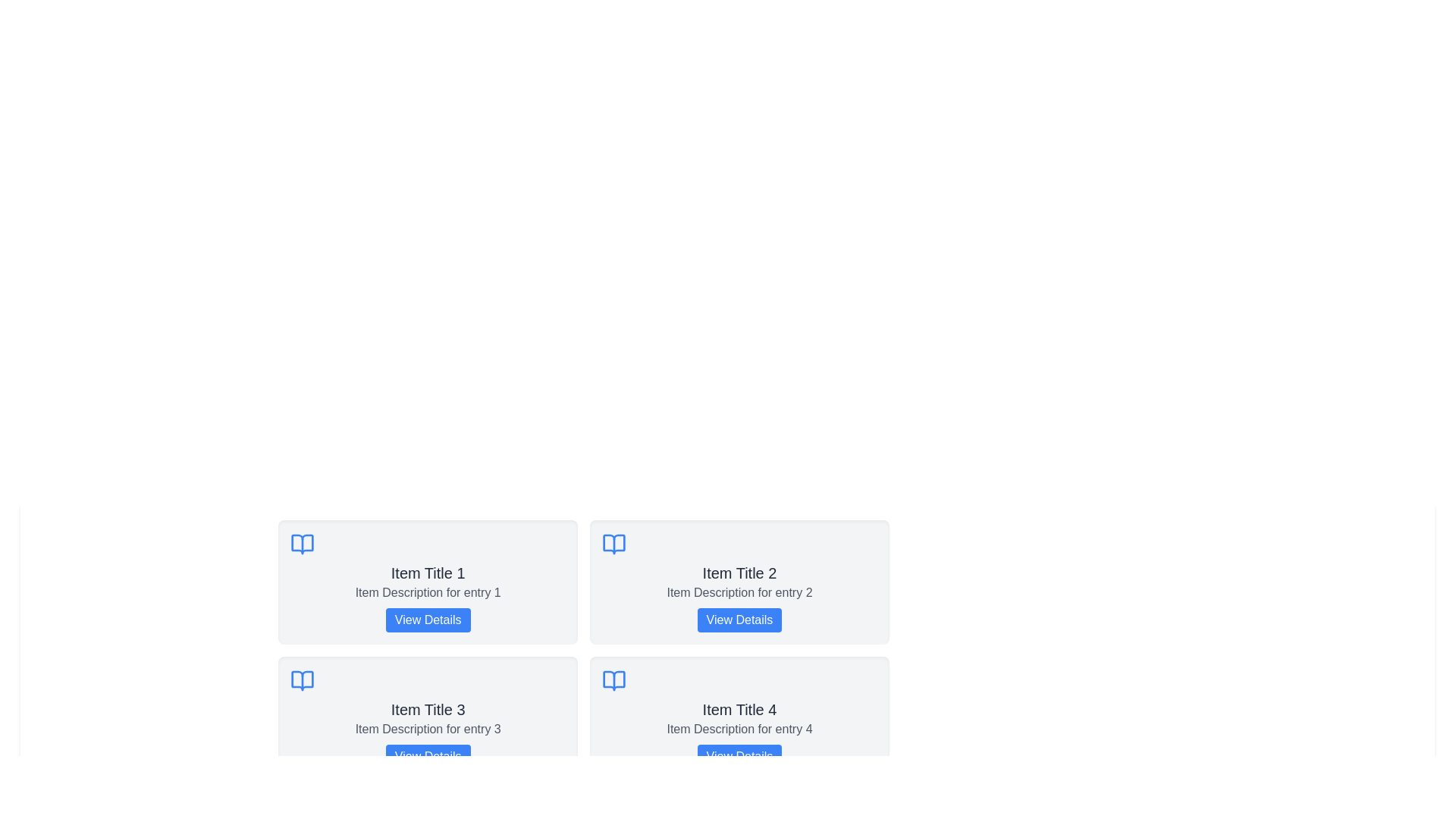 The height and width of the screenshot is (819, 1456). I want to click on the text block containing 'Item Description for entry 4', styled in gray, located below 'Item Title 4' and above the 'View Details' button within the card layout for entry 4, so click(739, 728).